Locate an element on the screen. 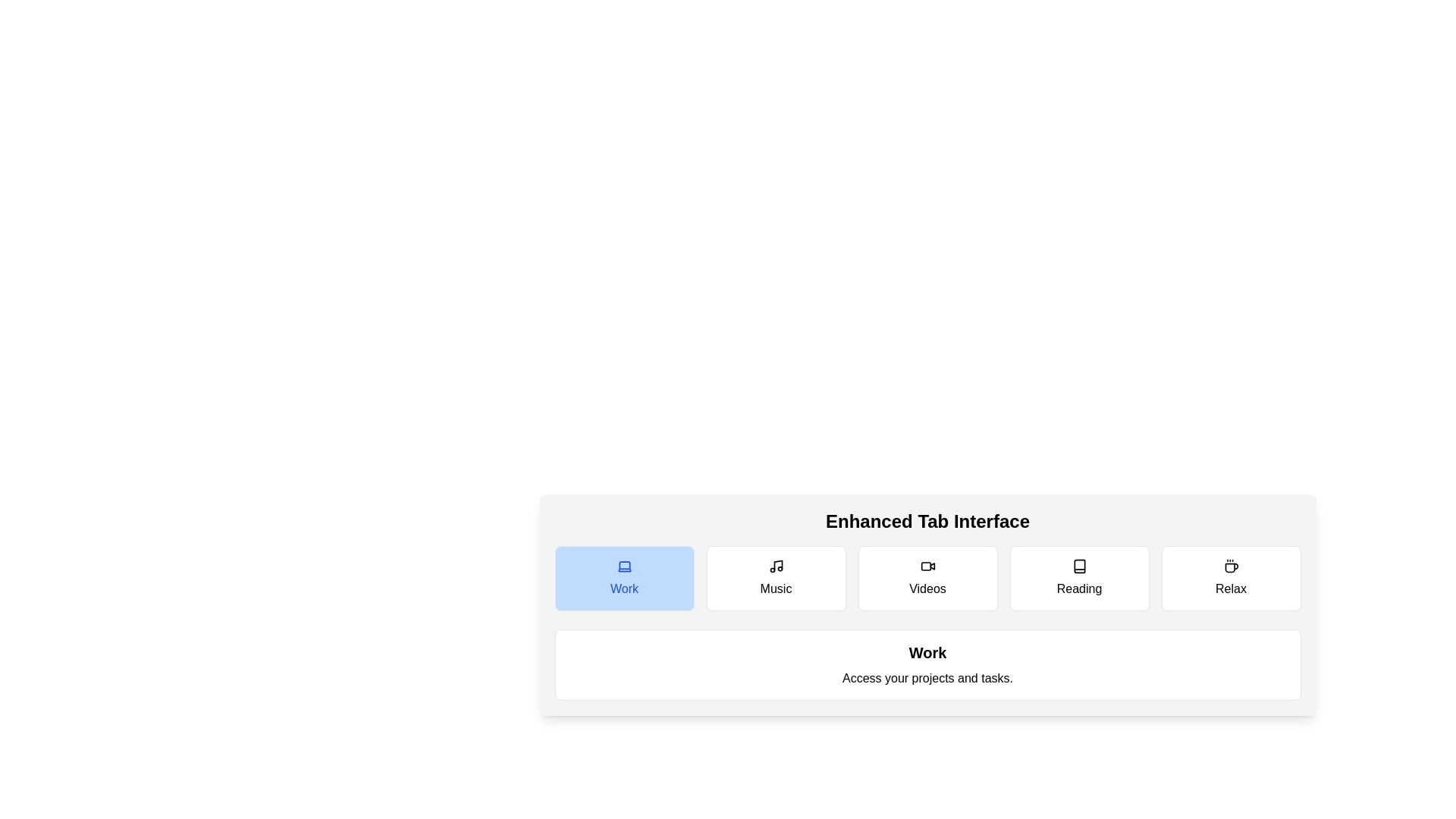 Image resolution: width=1456 pixels, height=819 pixels. the tab button corresponding to Work is located at coordinates (624, 579).